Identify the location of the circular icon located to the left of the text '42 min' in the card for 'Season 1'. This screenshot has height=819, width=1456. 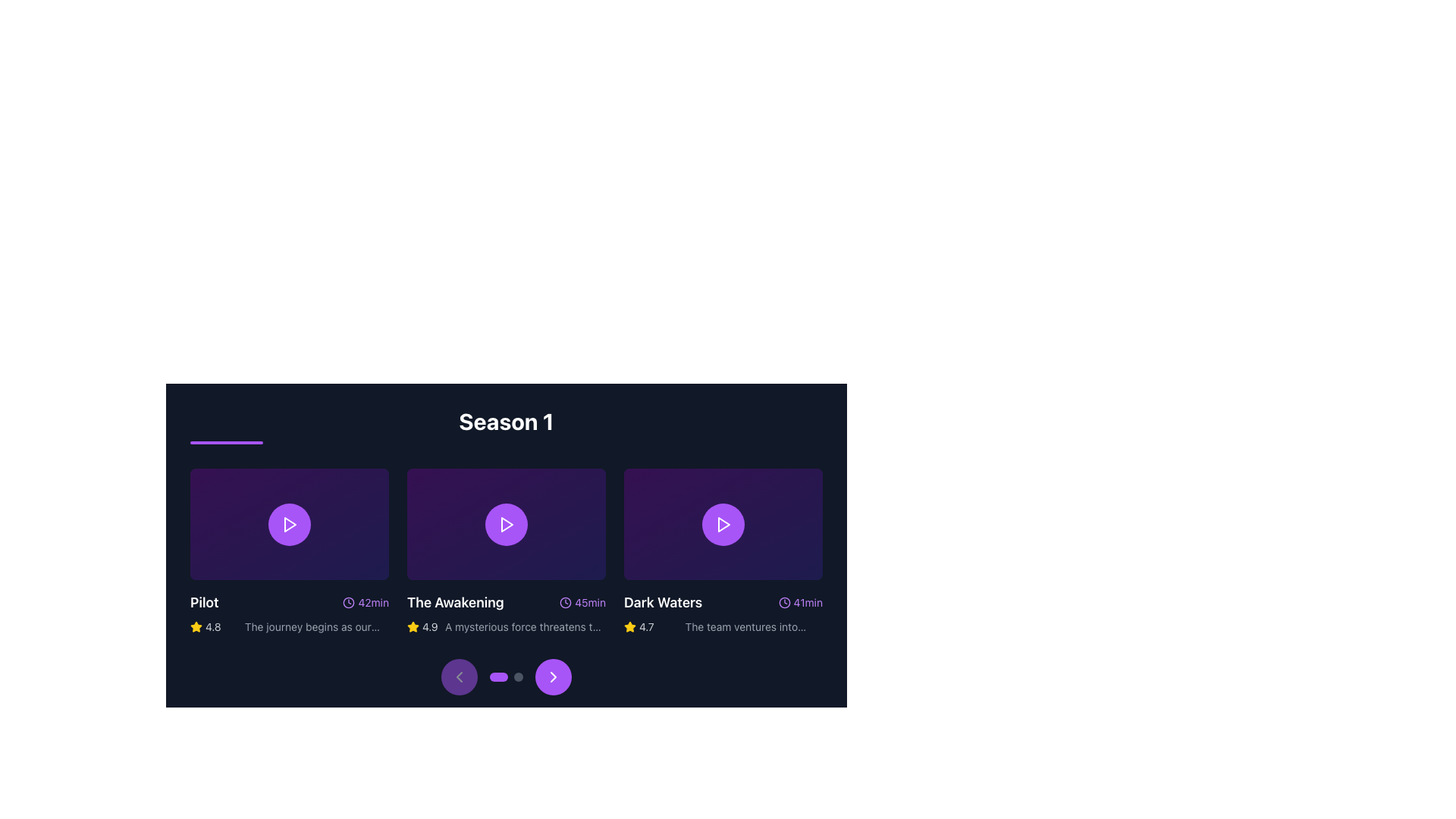
(348, 602).